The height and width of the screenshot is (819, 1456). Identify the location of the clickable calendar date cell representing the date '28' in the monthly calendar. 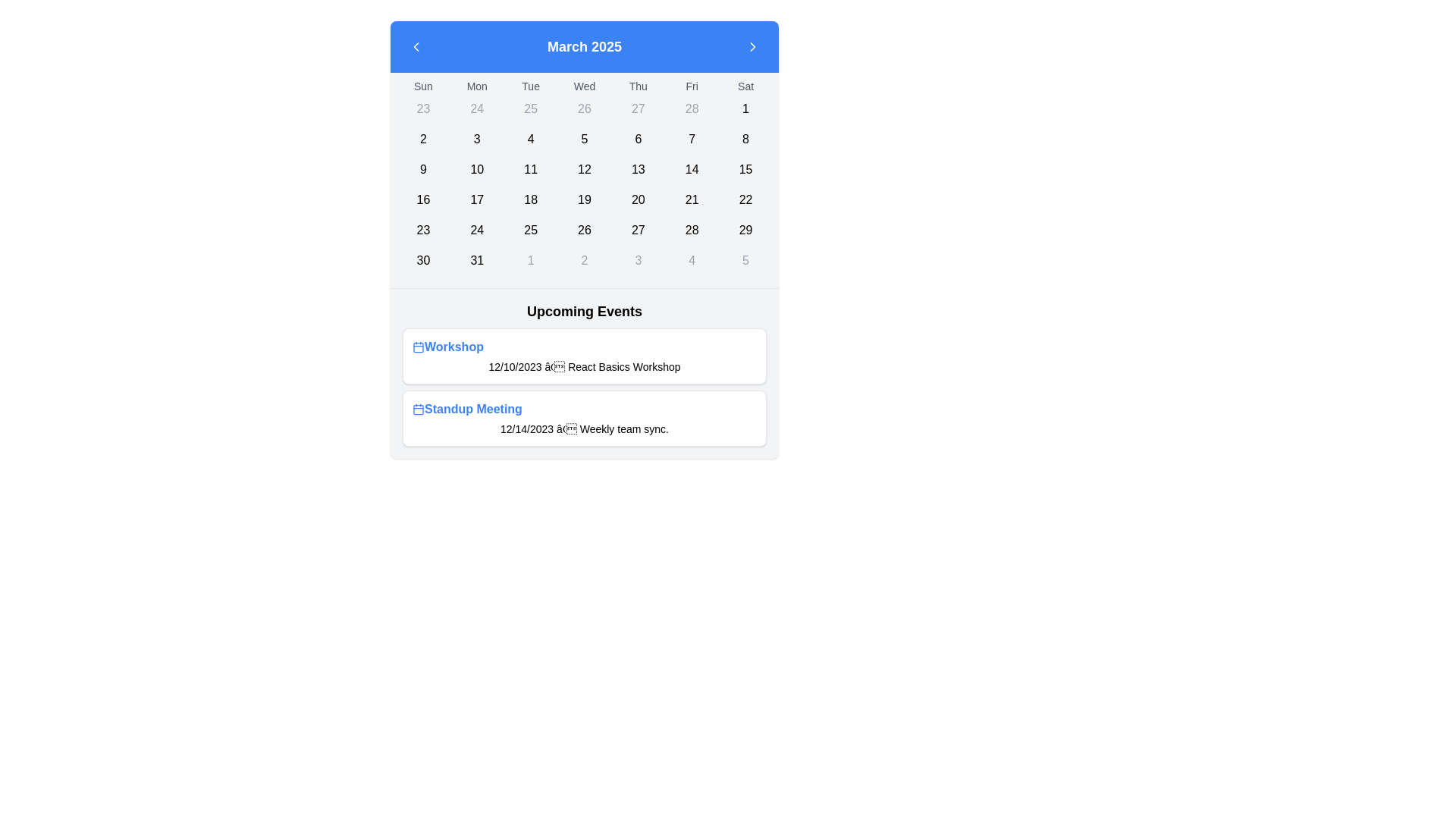
(691, 231).